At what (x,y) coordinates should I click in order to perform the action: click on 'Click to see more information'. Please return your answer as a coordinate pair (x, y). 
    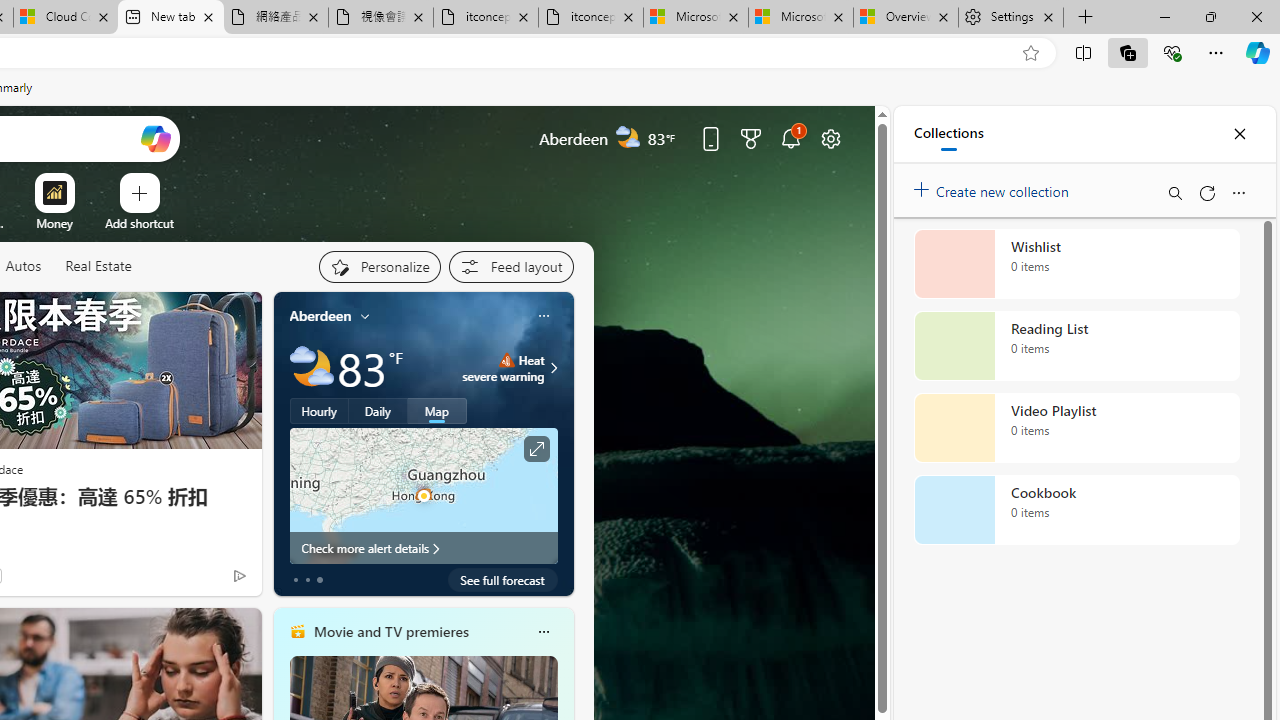
    Looking at the image, I should click on (536, 448).